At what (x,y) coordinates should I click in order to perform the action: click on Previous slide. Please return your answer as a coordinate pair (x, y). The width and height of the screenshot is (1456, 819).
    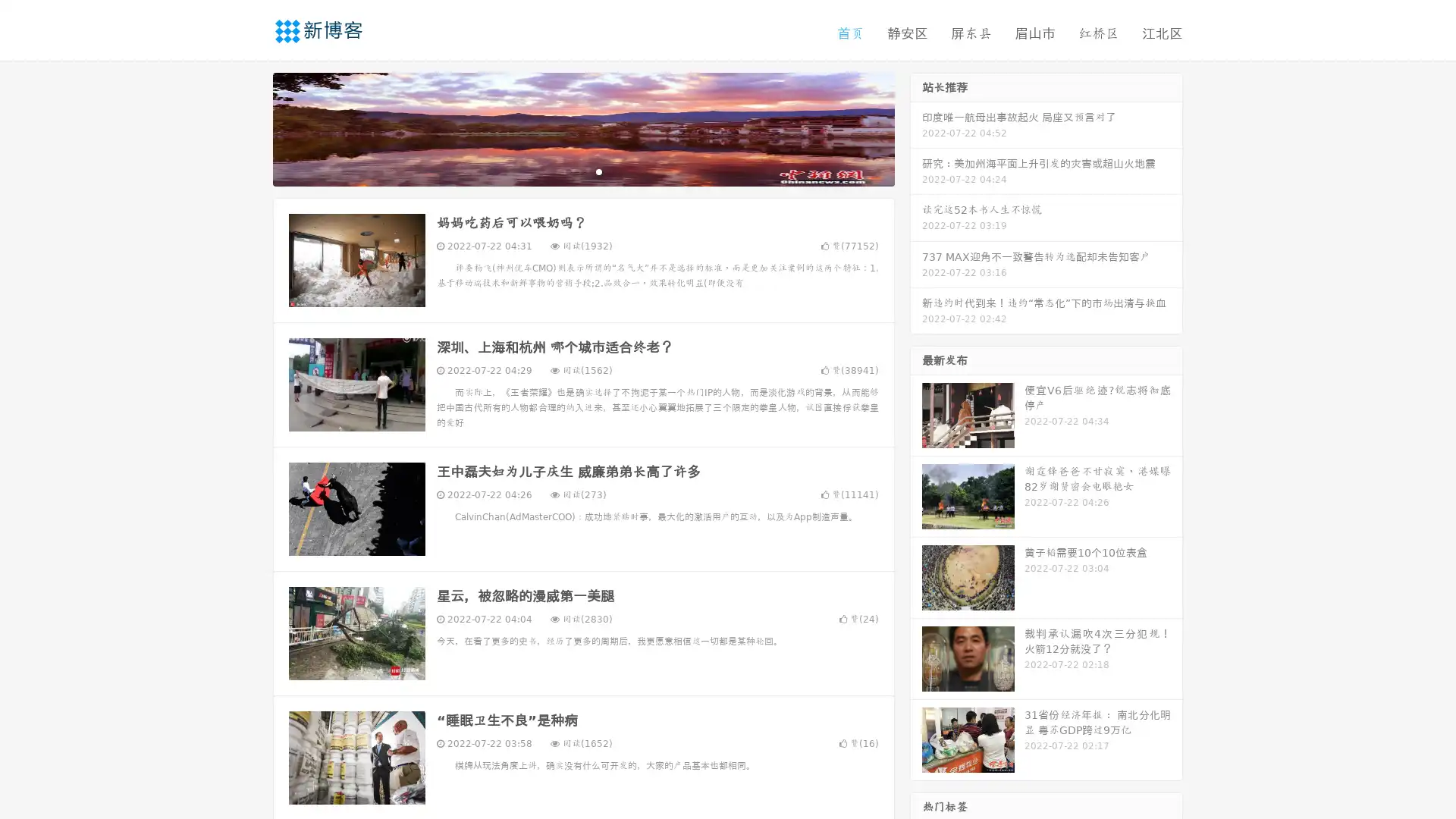
    Looking at the image, I should click on (250, 127).